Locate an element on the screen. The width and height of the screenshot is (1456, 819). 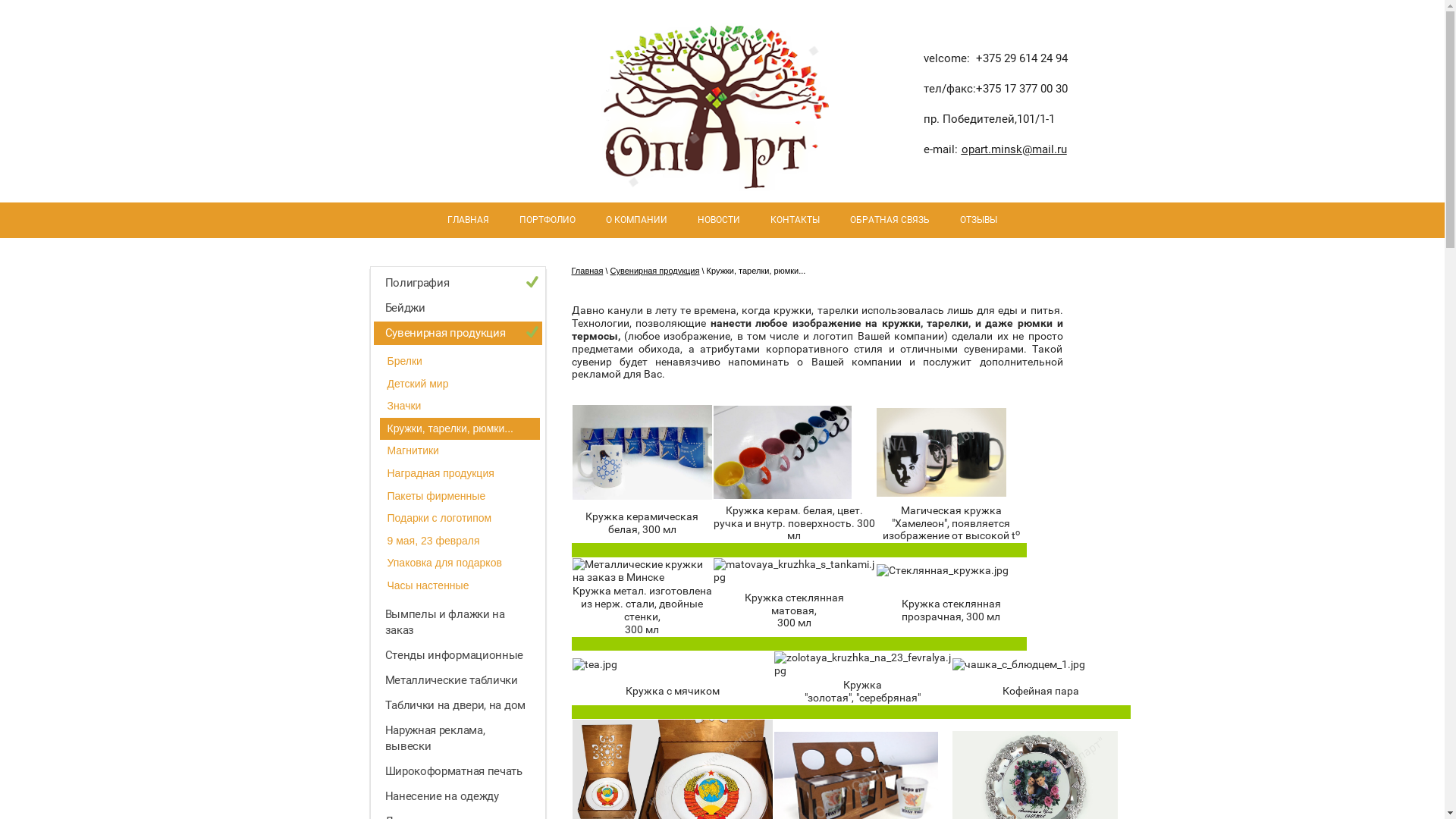
'+375 17 377 00 30' is located at coordinates (1021, 88).